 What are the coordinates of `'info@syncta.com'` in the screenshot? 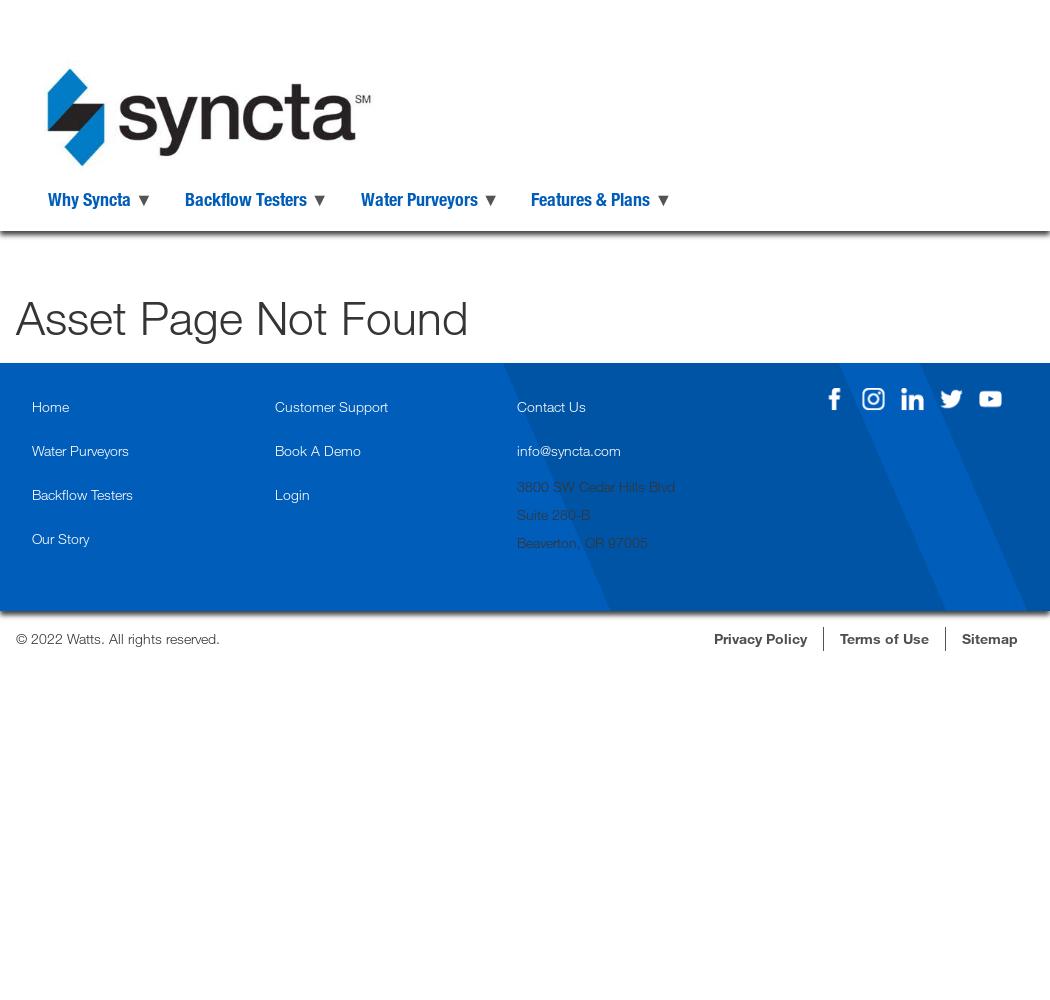 It's located at (567, 448).